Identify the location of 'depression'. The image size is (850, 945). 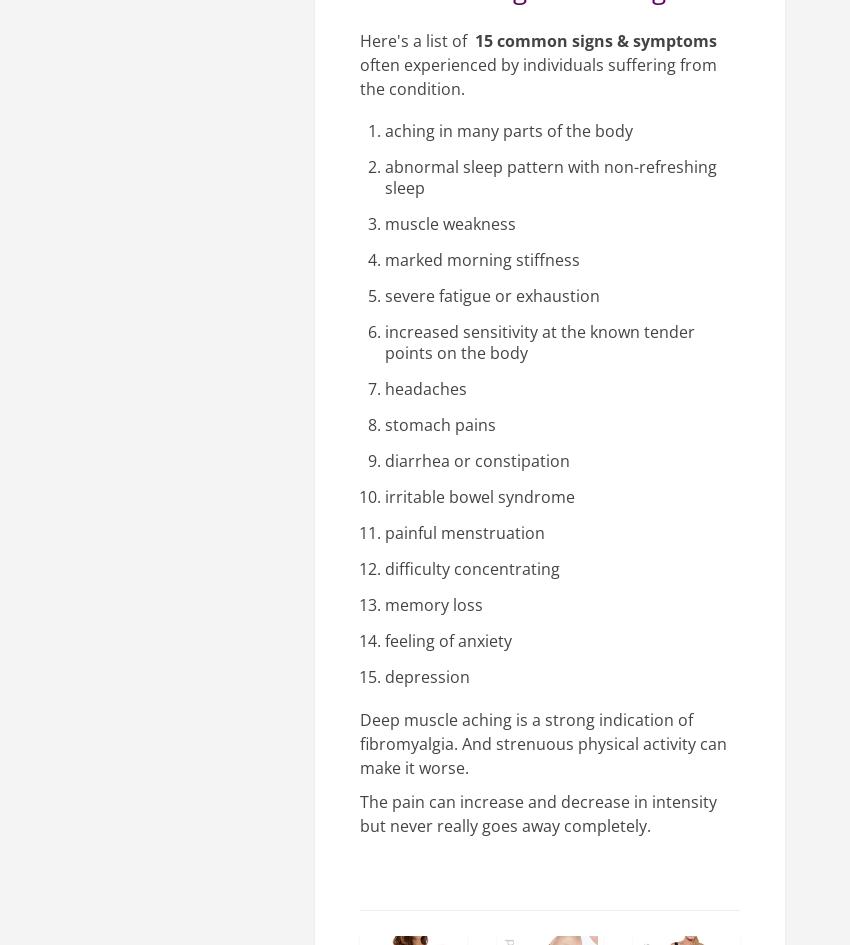
(384, 676).